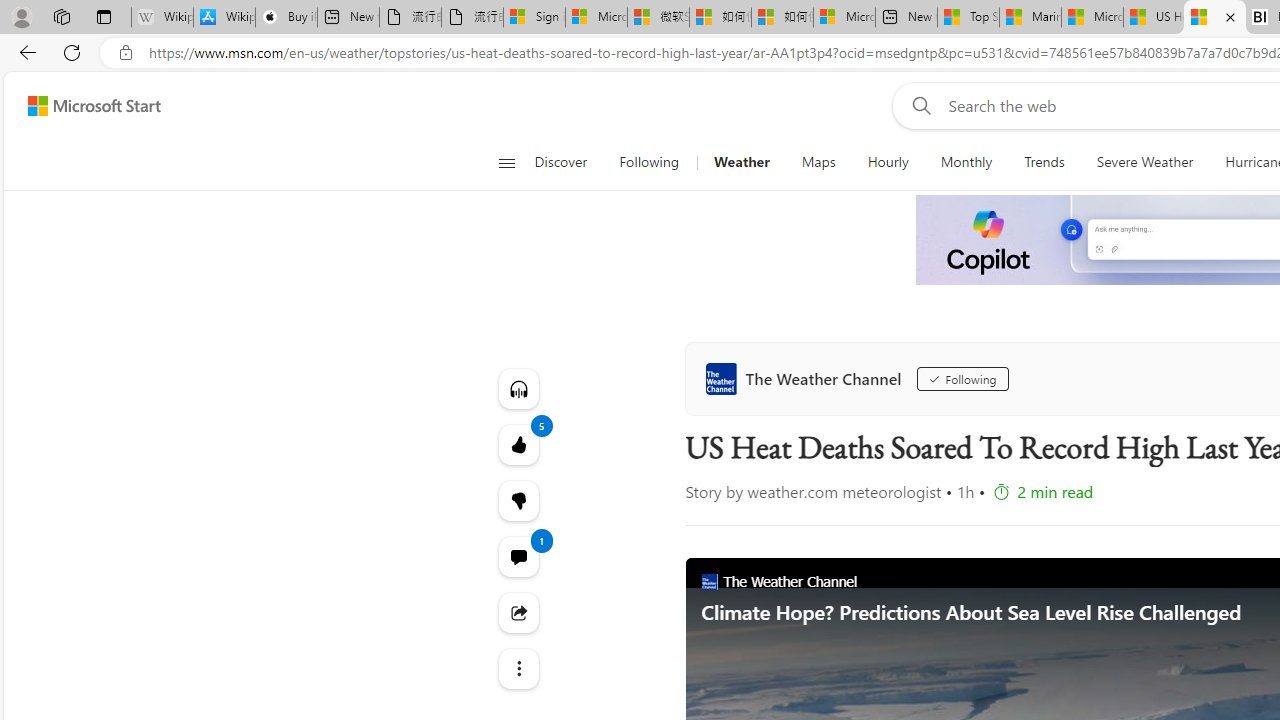  Describe the element at coordinates (1044, 162) in the screenshot. I see `'Trends'` at that location.